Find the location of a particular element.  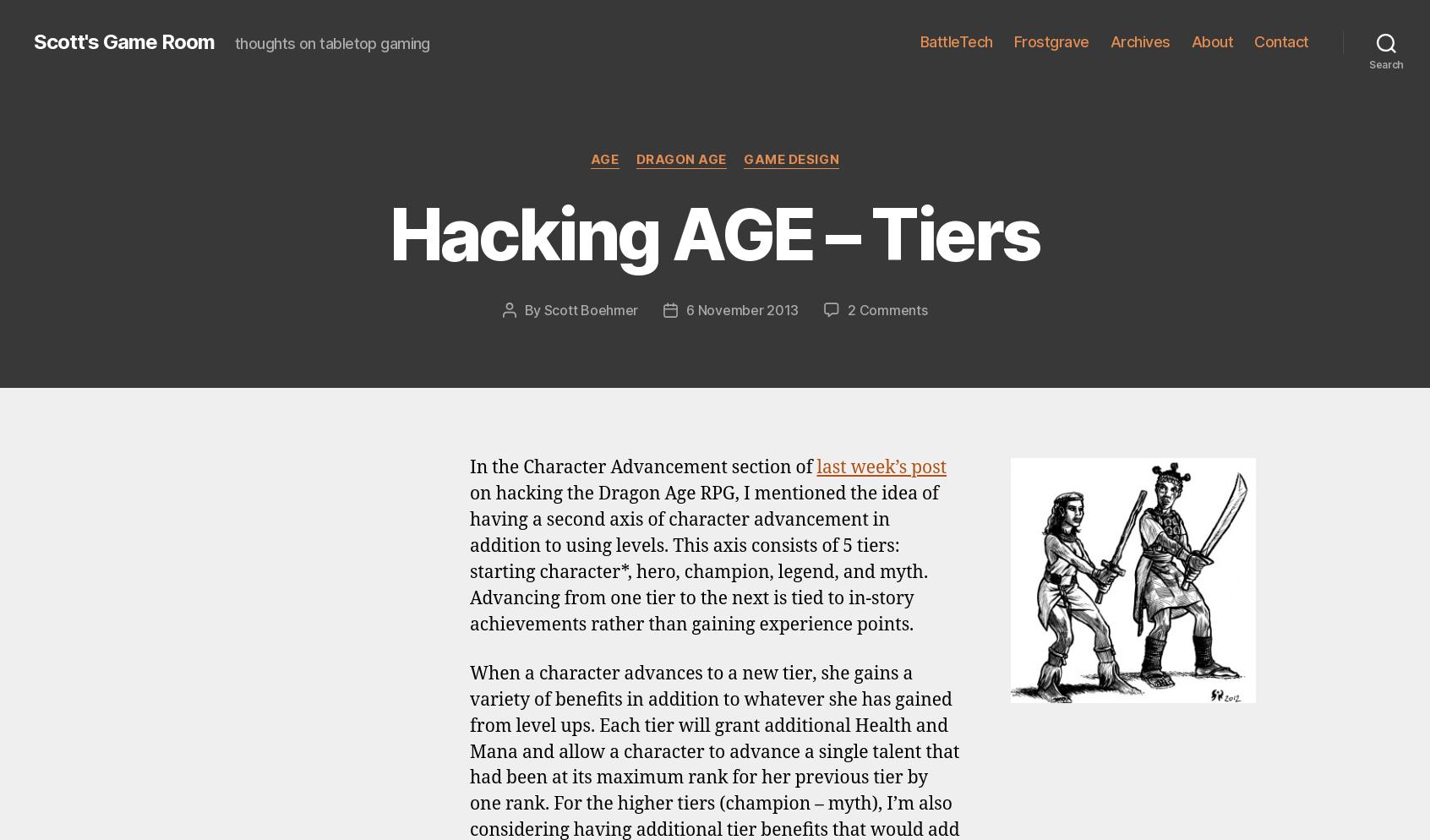

'Hacking AGE – Talents' is located at coordinates (708, 192).